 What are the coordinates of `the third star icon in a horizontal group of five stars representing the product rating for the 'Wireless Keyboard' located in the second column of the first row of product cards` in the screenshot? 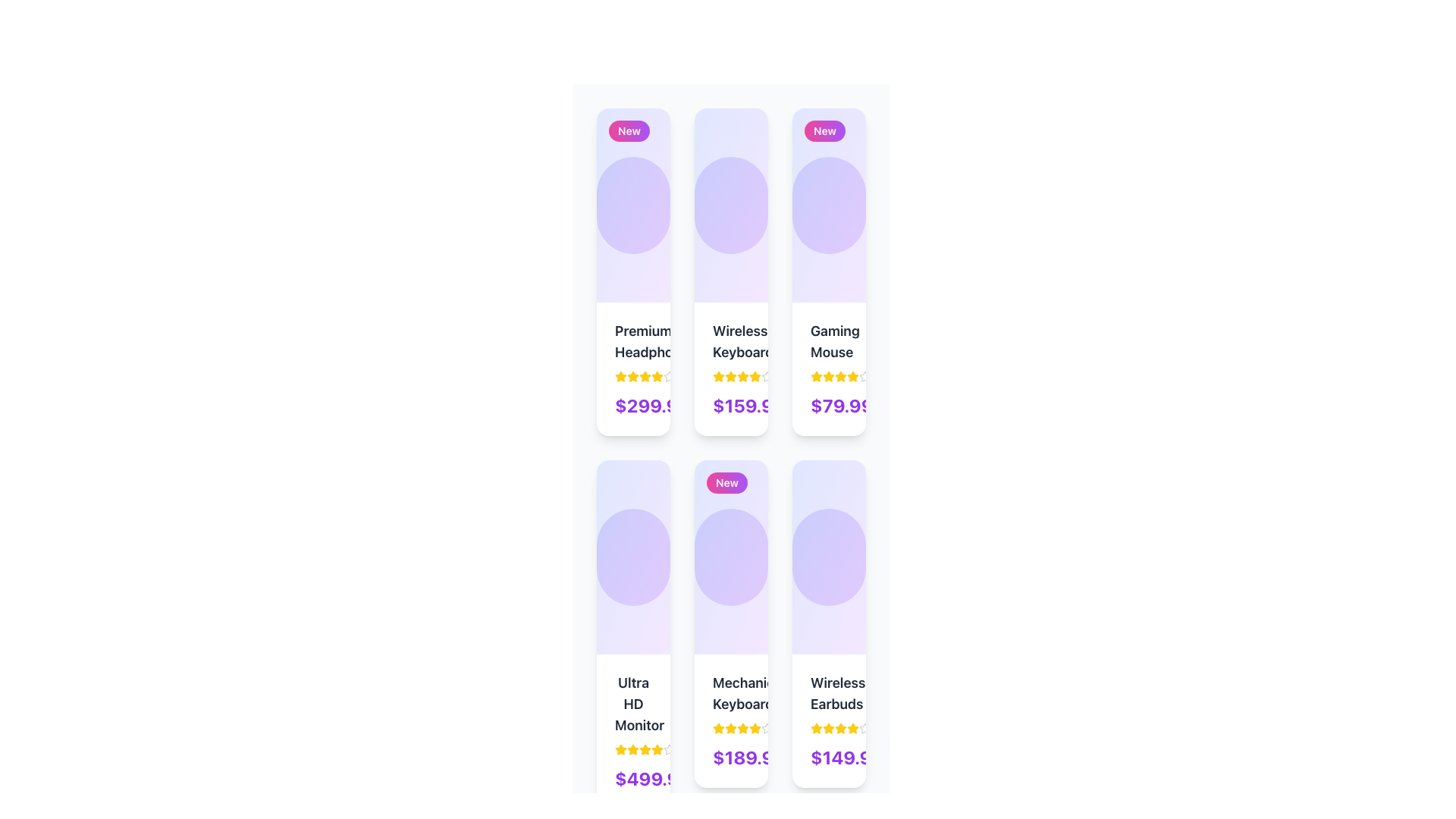 It's located at (731, 376).